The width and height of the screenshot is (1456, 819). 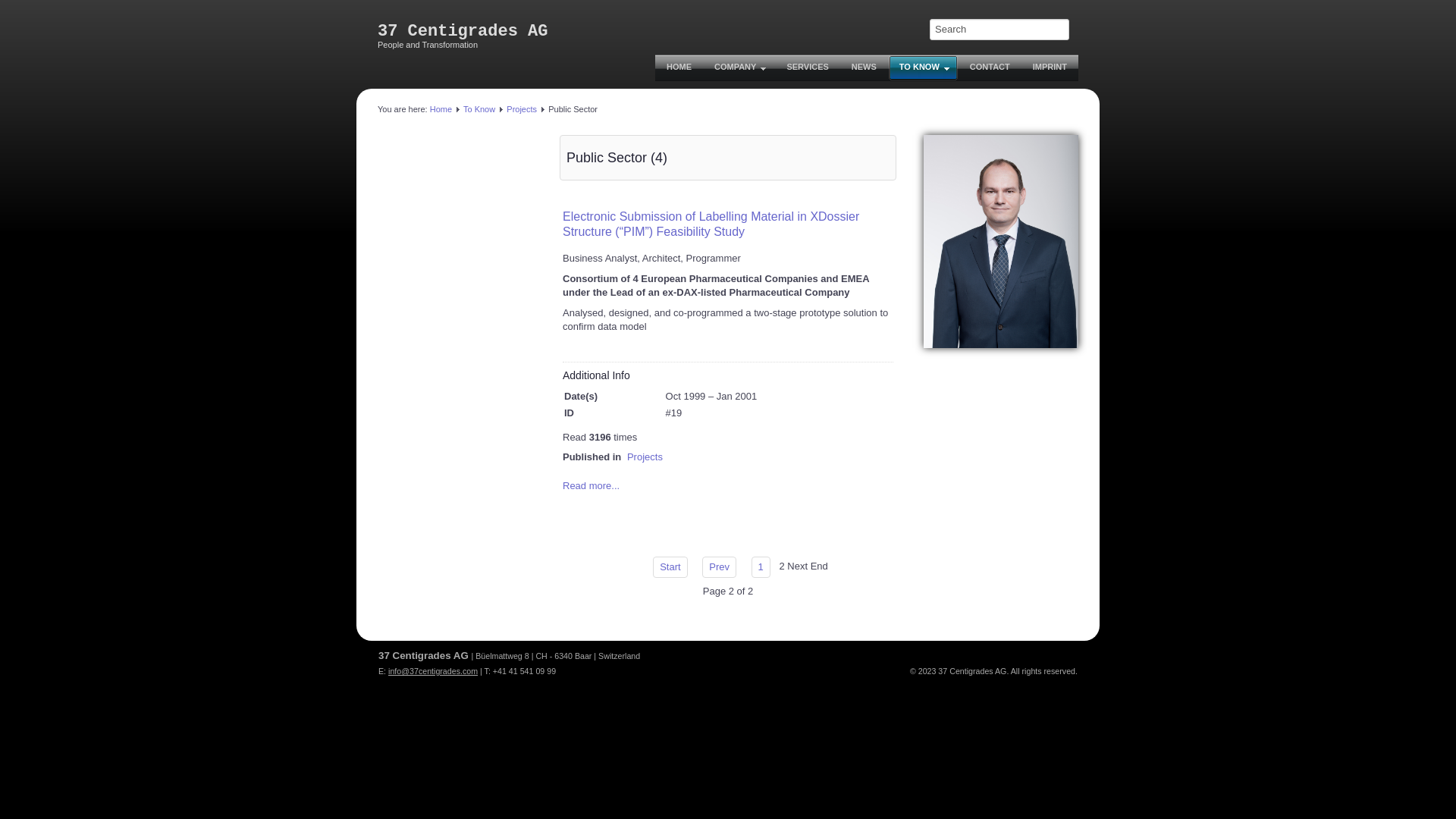 What do you see at coordinates (1049, 67) in the screenshot?
I see `'IMPRINT'` at bounding box center [1049, 67].